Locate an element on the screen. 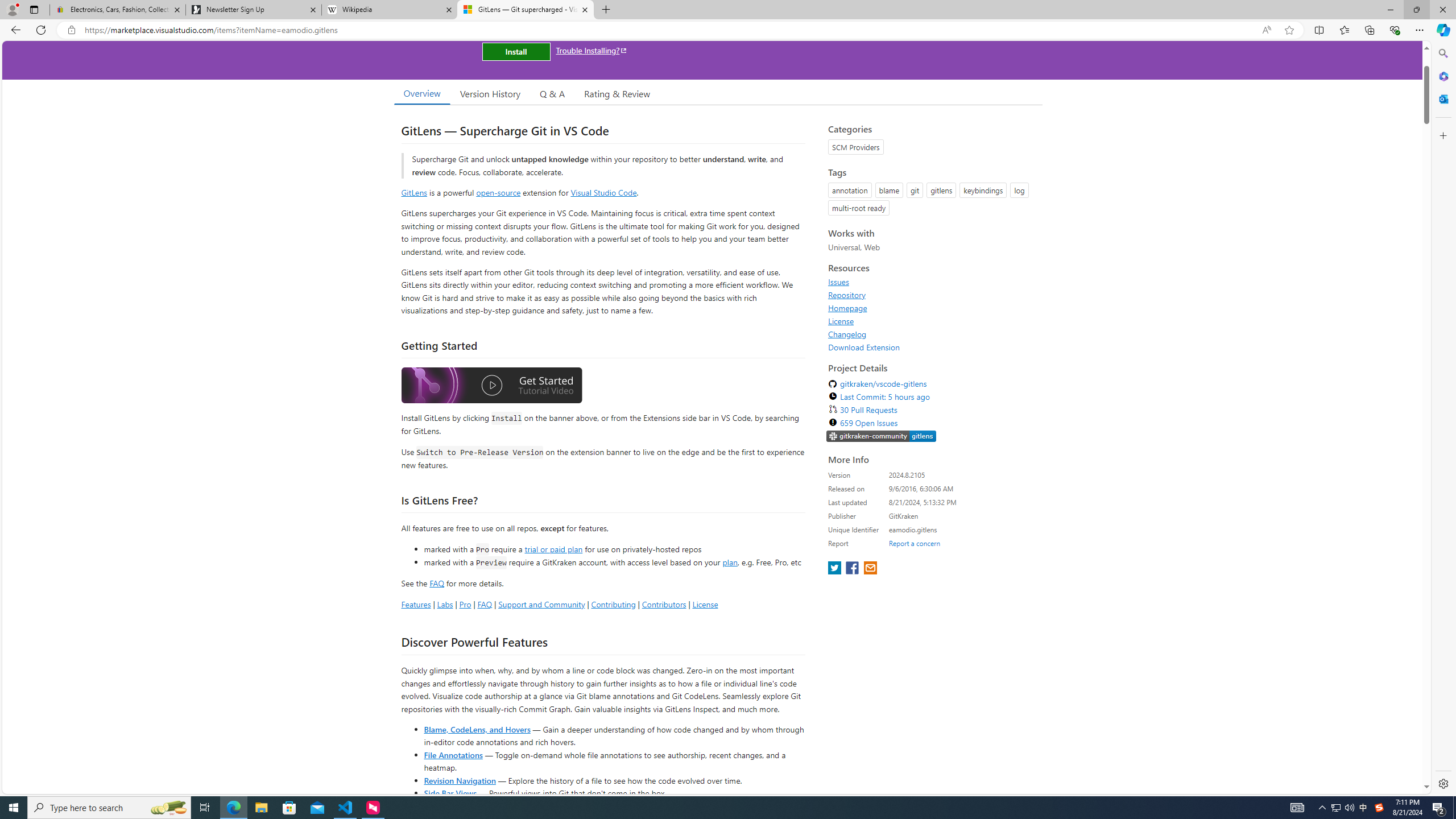 The image size is (1456, 819). 'Side bar' is located at coordinates (1443, 418).